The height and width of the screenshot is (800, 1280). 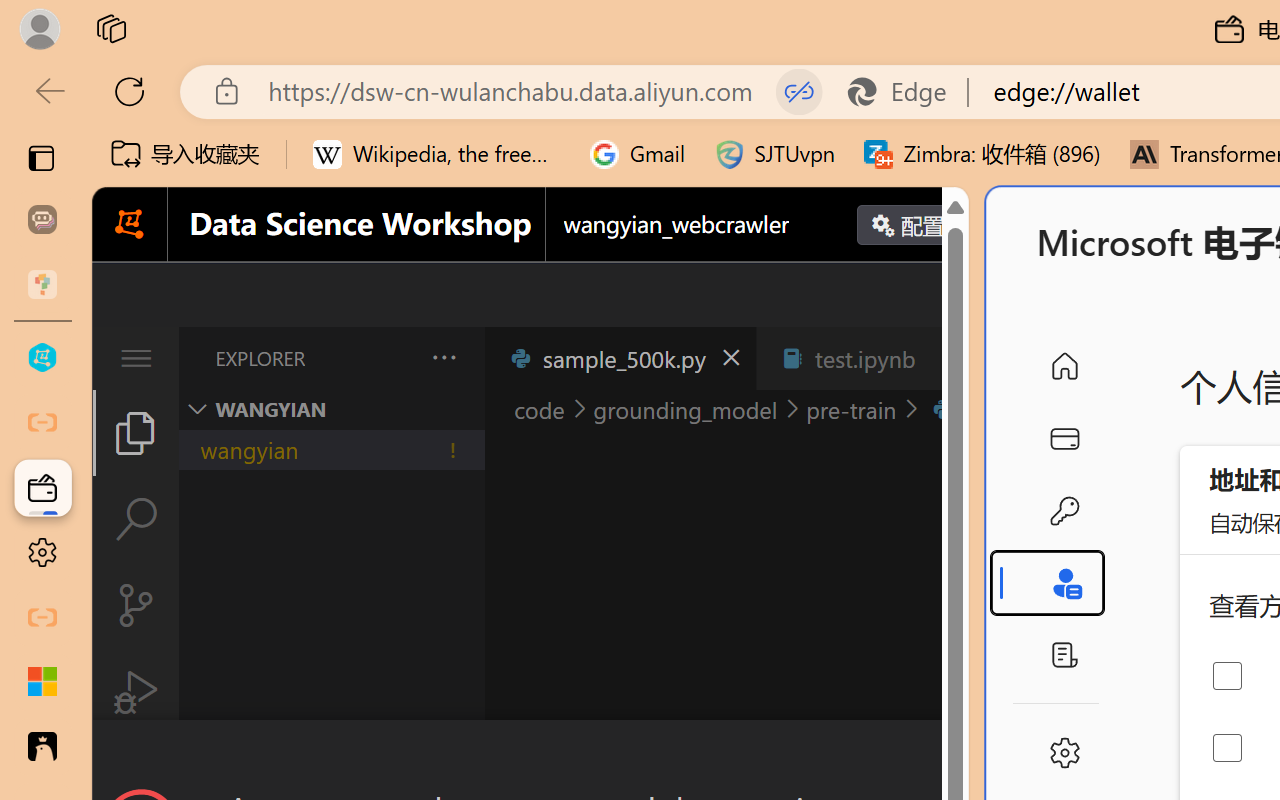 What do you see at coordinates (637, 154) in the screenshot?
I see `'Gmail'` at bounding box center [637, 154].